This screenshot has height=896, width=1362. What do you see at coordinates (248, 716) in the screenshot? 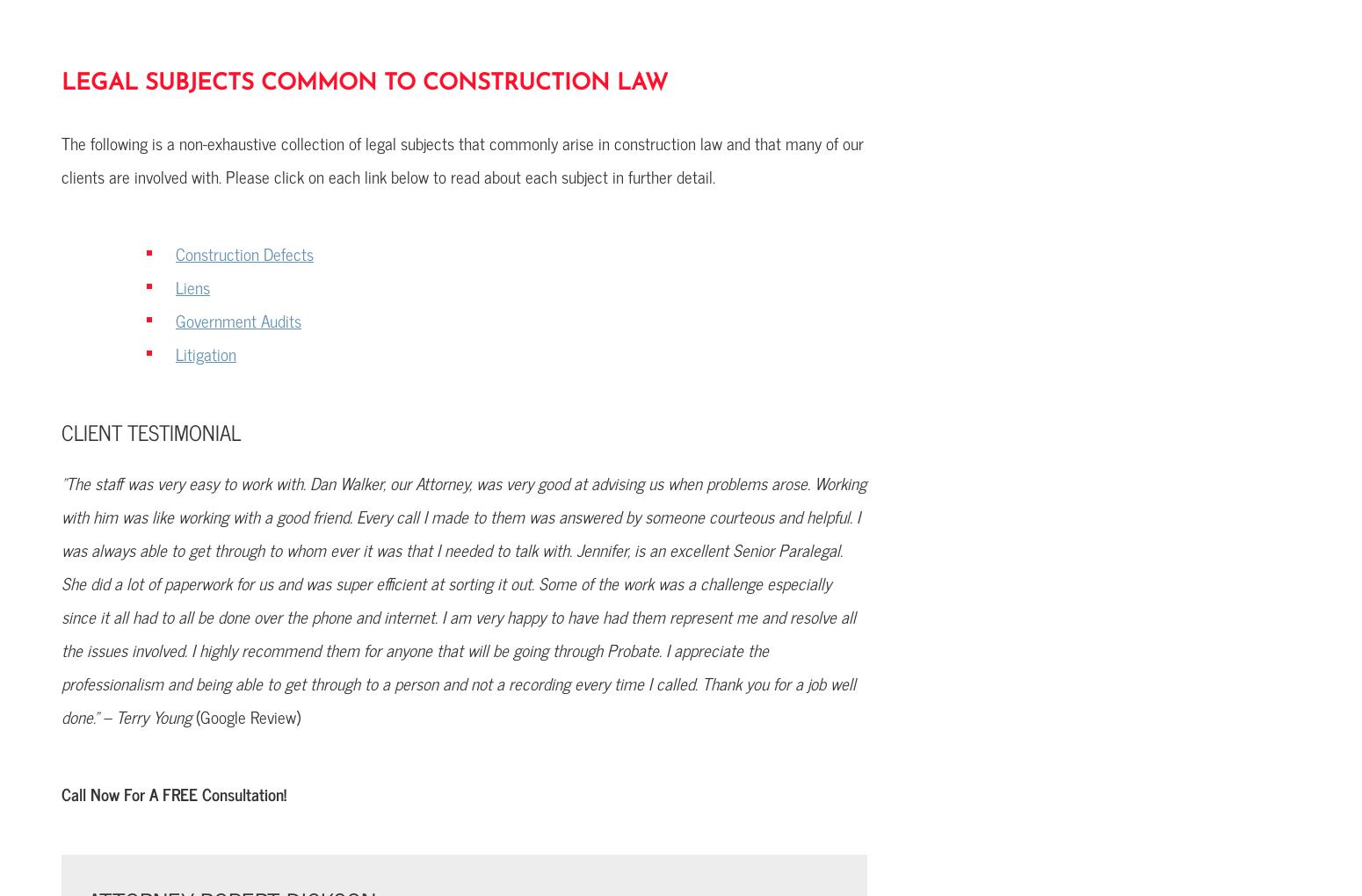
I see `'(Google Review)'` at bounding box center [248, 716].